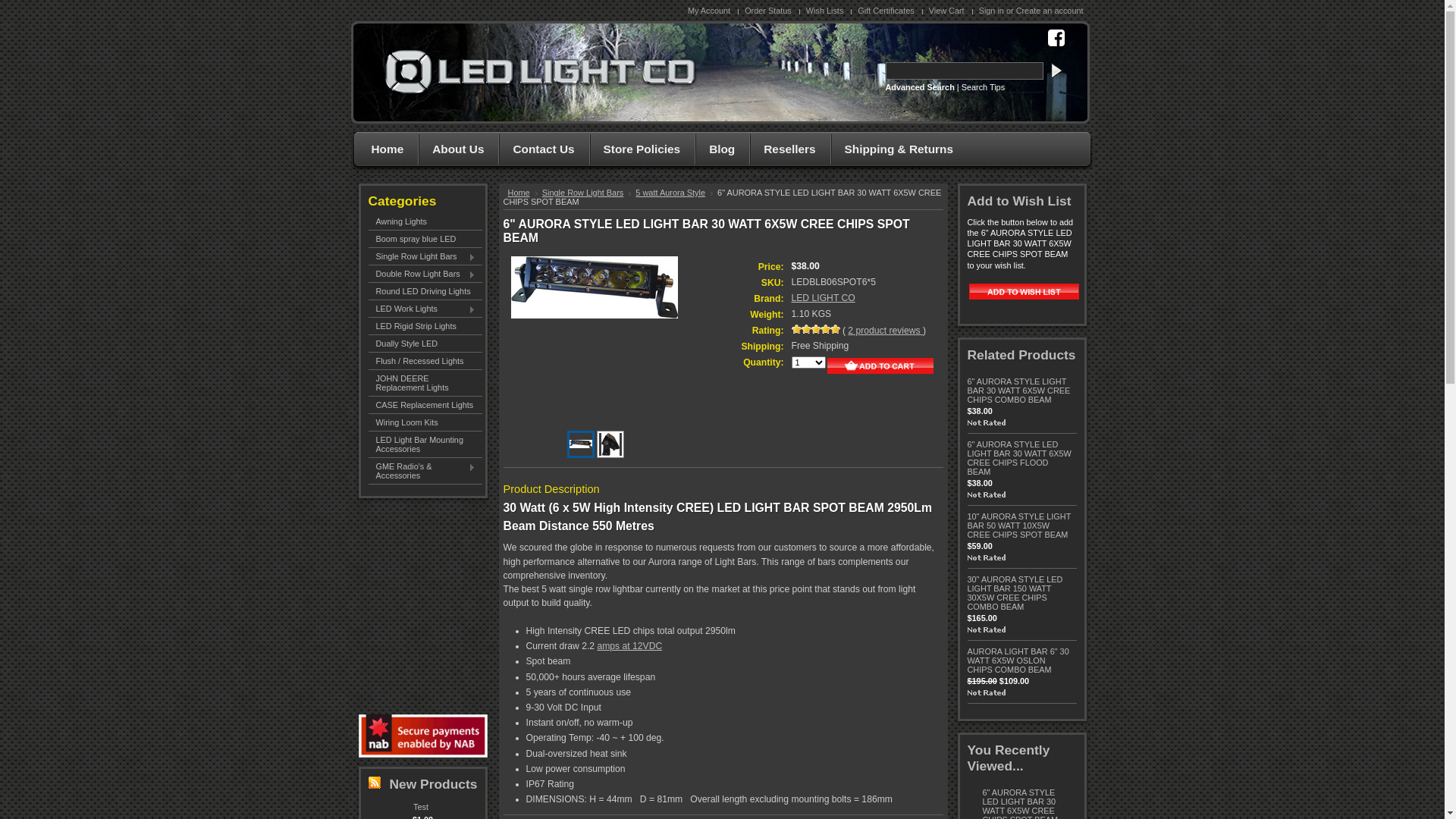 The height and width of the screenshot is (819, 1456). I want to click on 'Flush / Recessed Lights', so click(425, 360).